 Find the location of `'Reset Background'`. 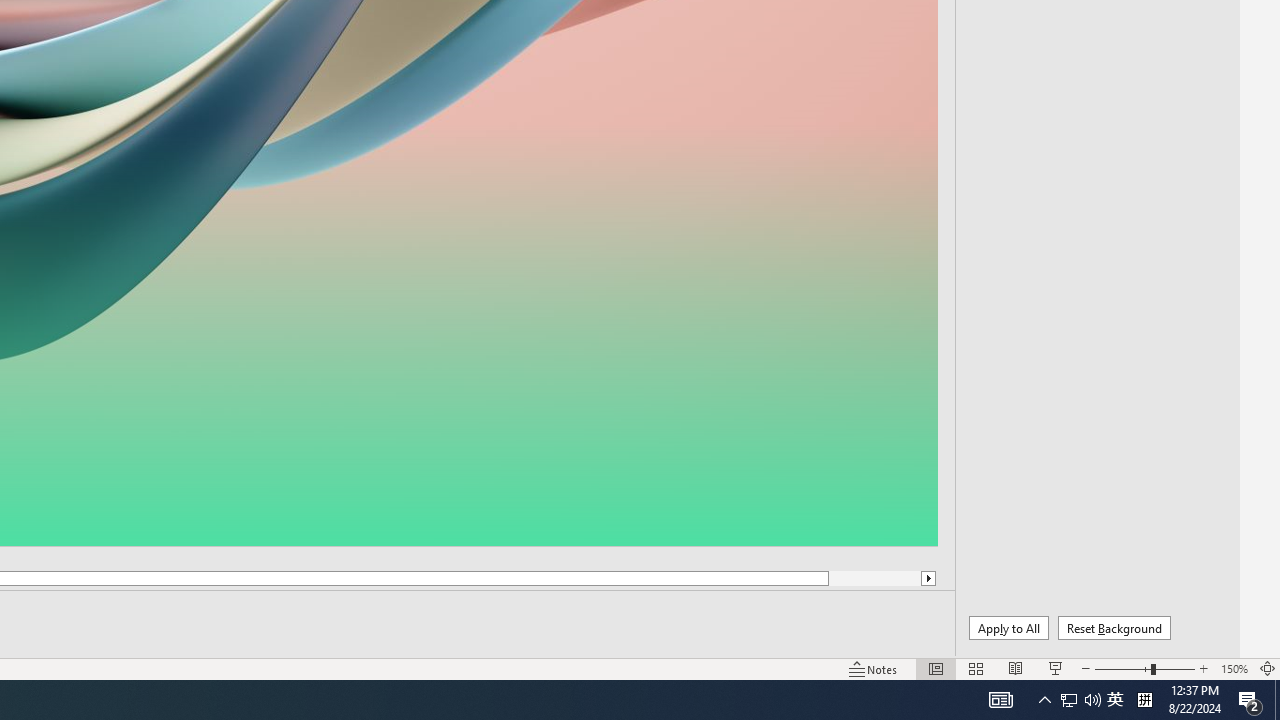

'Reset Background' is located at coordinates (1113, 627).